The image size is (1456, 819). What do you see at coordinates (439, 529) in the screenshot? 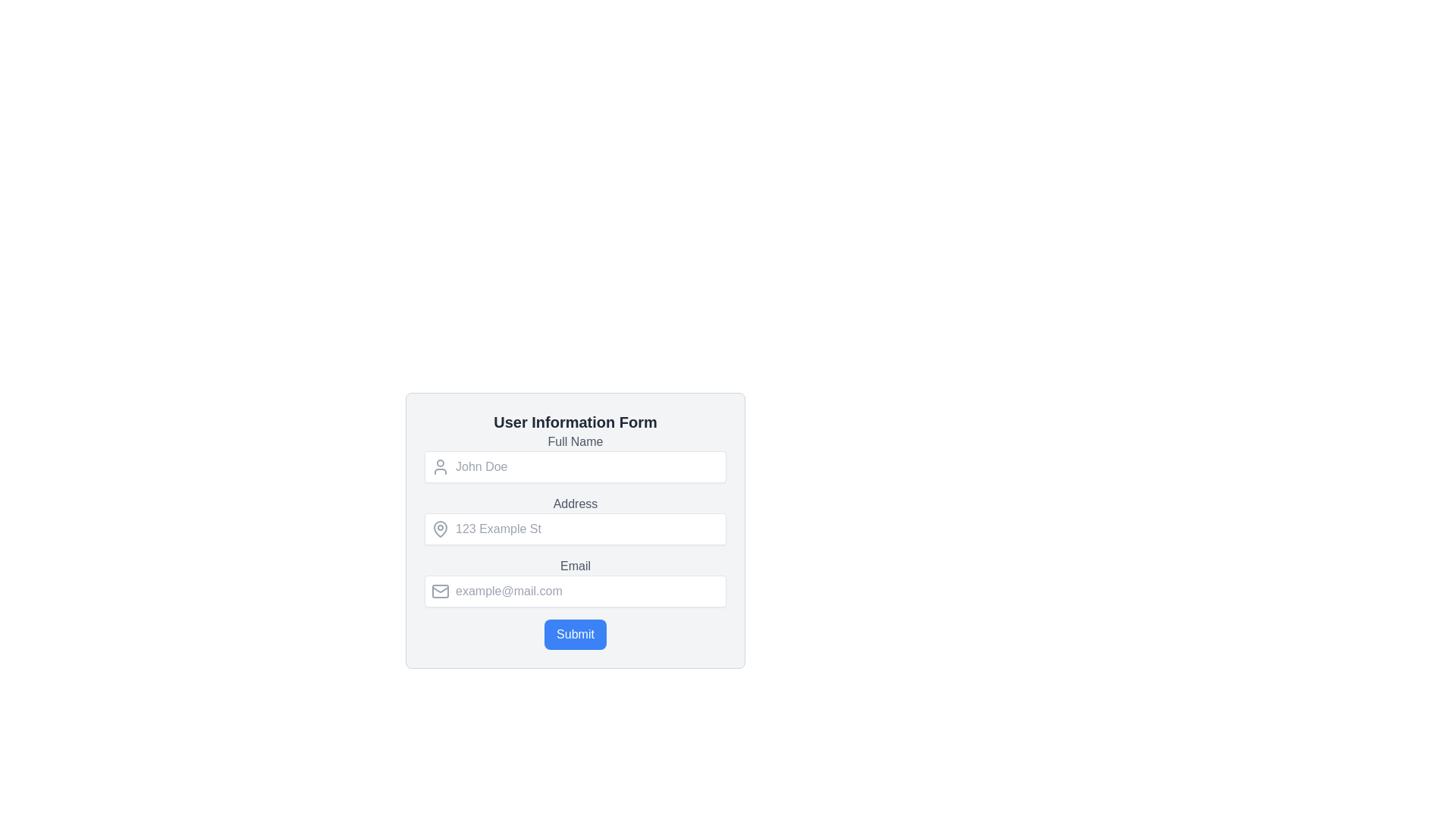
I see `the location icon that signifies the address input field, positioned to the left of the input field labeled '123 Example St'` at bounding box center [439, 529].